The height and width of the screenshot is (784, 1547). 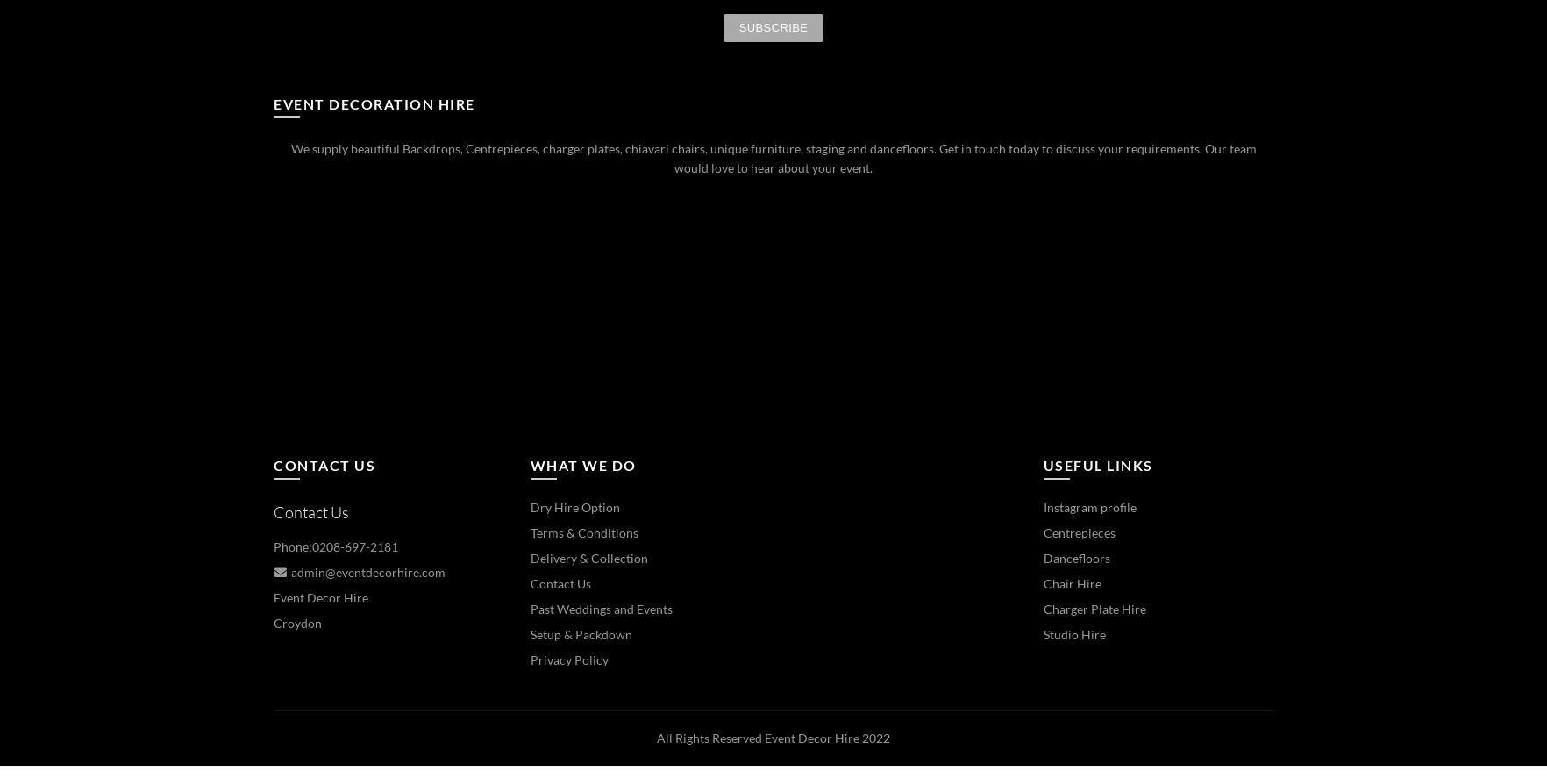 What do you see at coordinates (529, 658) in the screenshot?
I see `'Privacy Policy'` at bounding box center [529, 658].